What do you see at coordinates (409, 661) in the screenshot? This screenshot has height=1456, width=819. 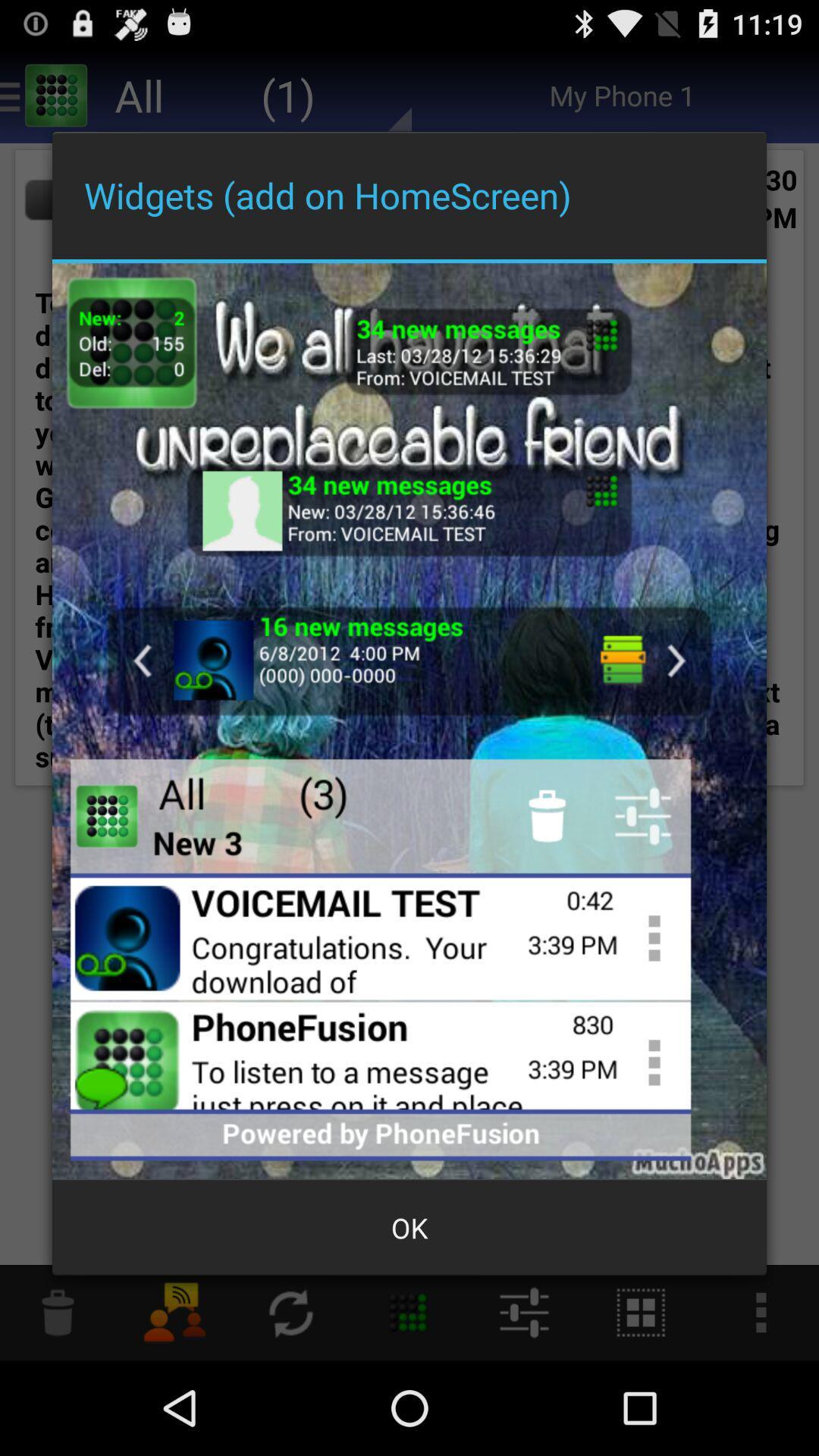 I see `look at messages` at bounding box center [409, 661].